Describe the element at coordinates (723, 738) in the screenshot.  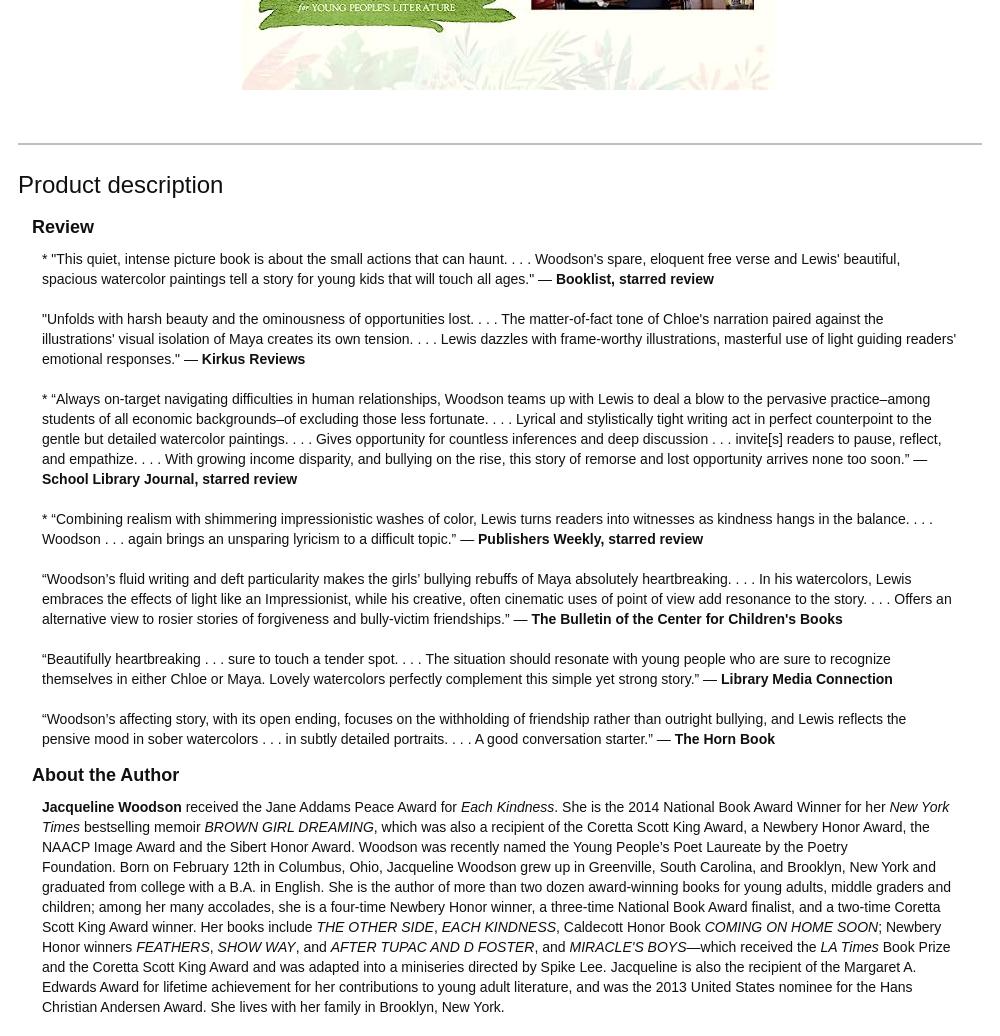
I see `'The Horn Book'` at that location.